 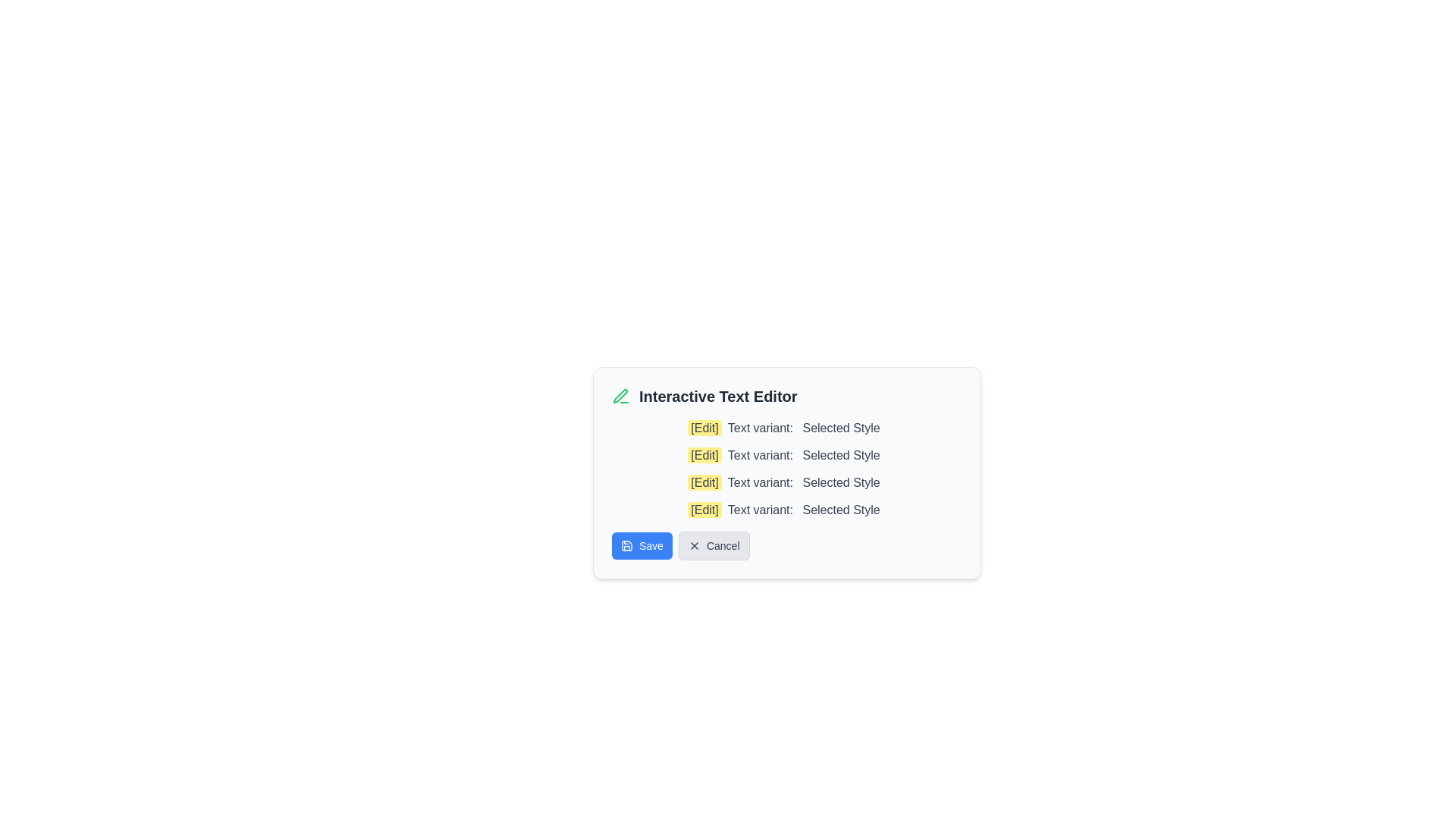 I want to click on the small save icon, styled as a minimalist floppy disk, located to the left of the text 'Save' in the bottom-left corner of the modal dialog box, so click(x=626, y=546).